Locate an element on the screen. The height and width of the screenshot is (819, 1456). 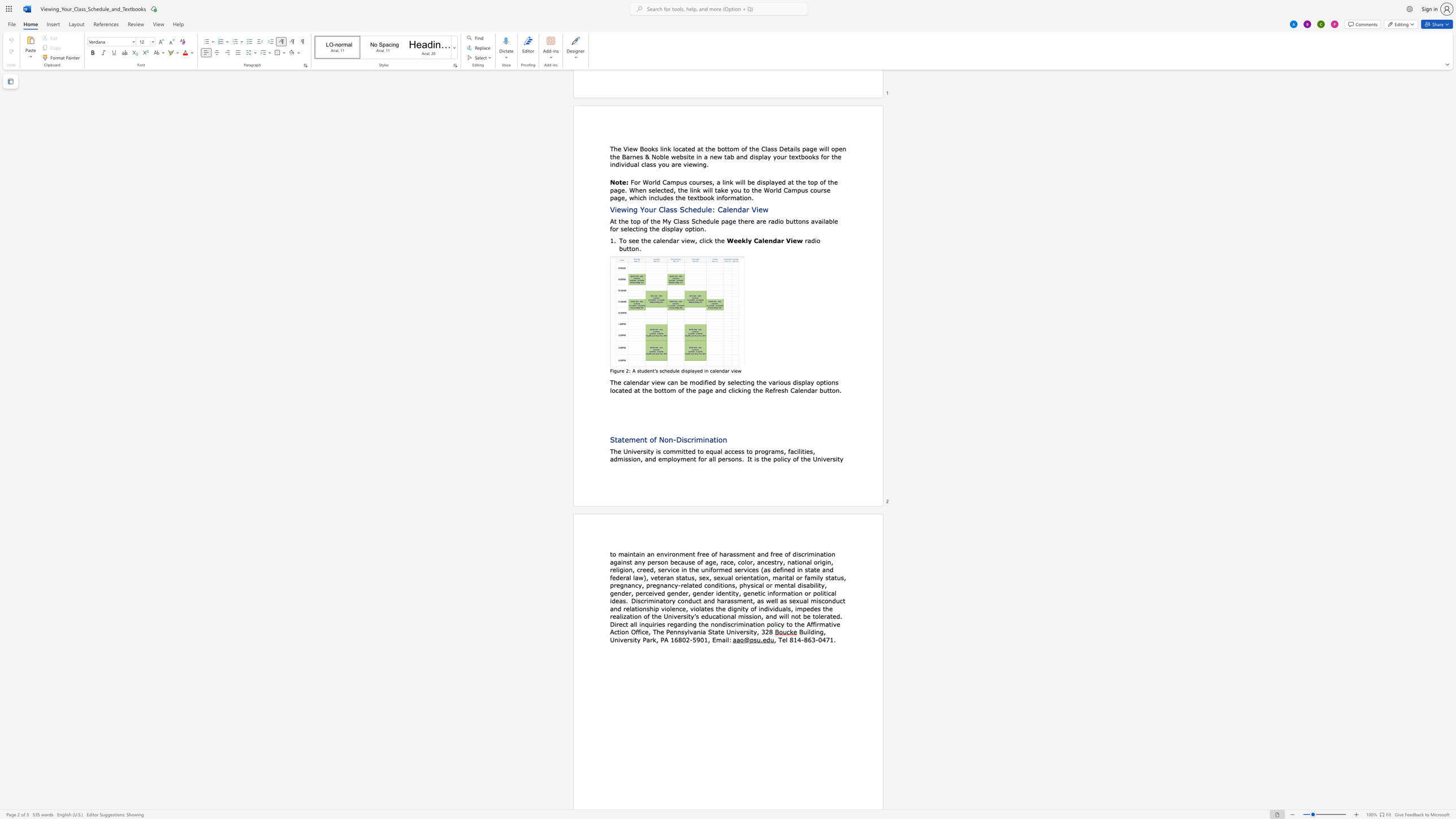
the 1th character "N" in the text is located at coordinates (661, 439).